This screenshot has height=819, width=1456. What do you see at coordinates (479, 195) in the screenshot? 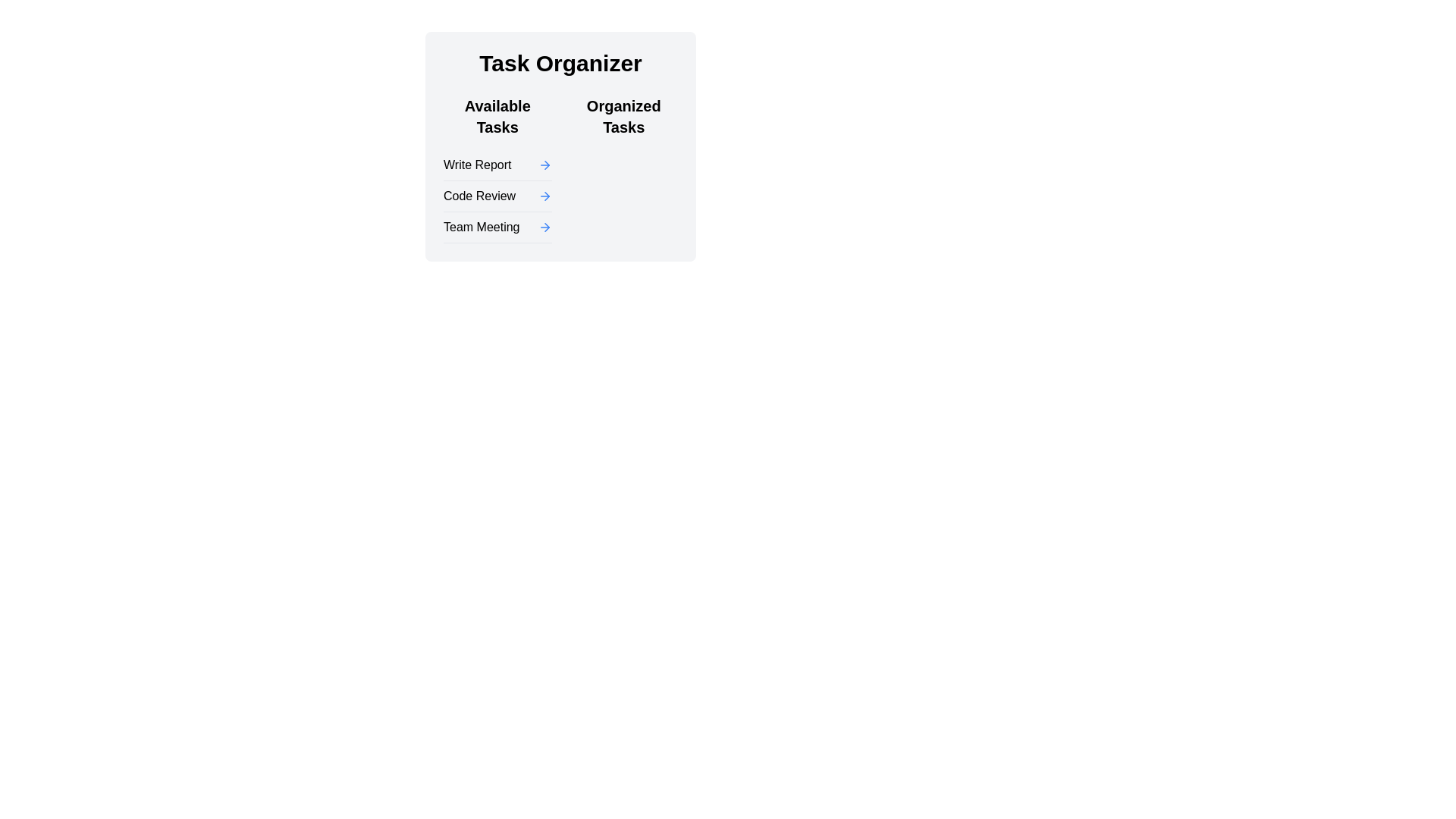
I see `the 'Code Review' text label, which is the second item in the list under 'Available Tasks', positioned between 'Write Report' and 'Team Meeting'` at bounding box center [479, 195].